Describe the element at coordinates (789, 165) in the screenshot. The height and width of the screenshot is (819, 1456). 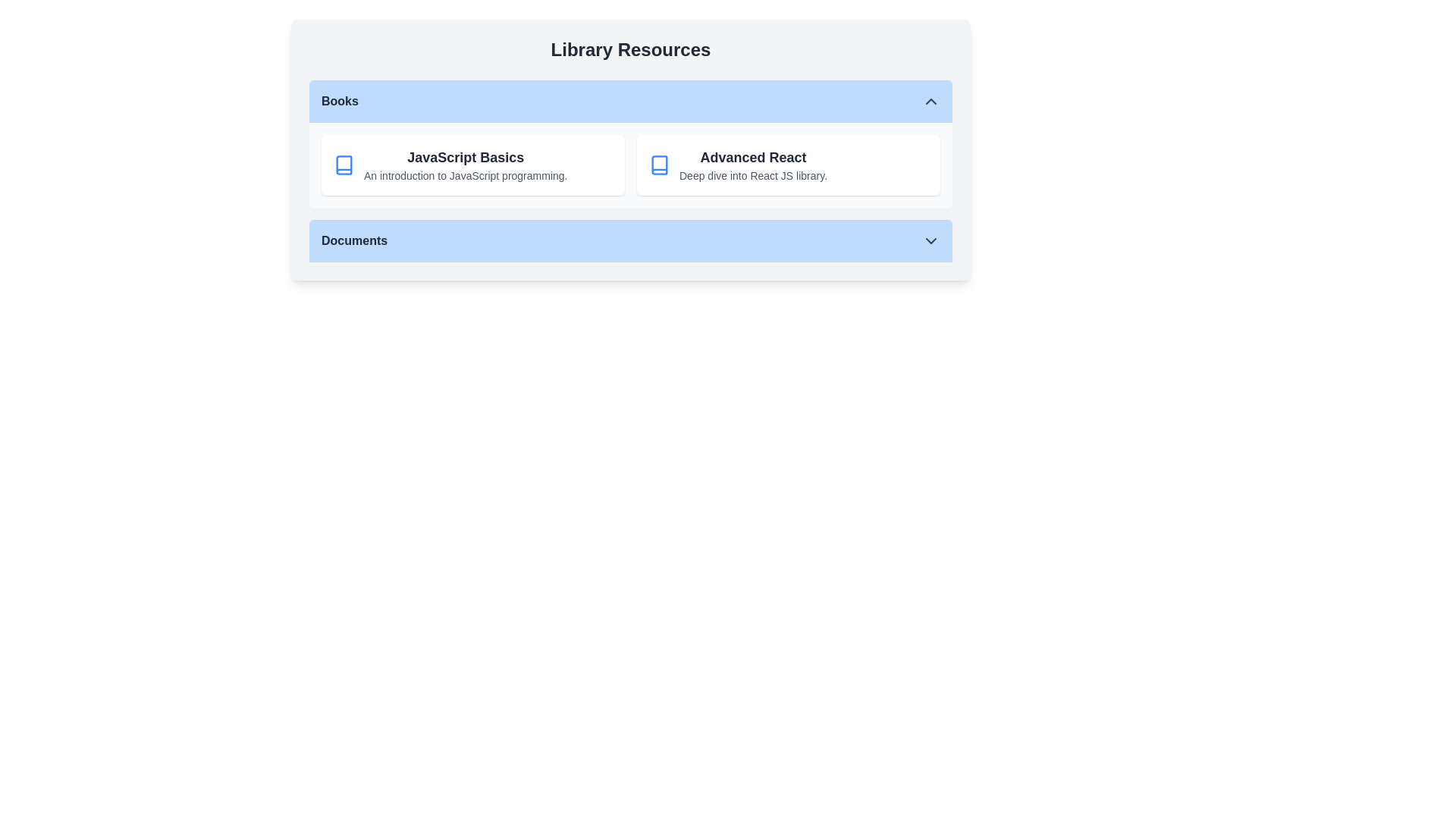
I see `the second card in the 'Books' section of the 'Library Resources' panel, which provides information about 'Advanced React.'` at that location.